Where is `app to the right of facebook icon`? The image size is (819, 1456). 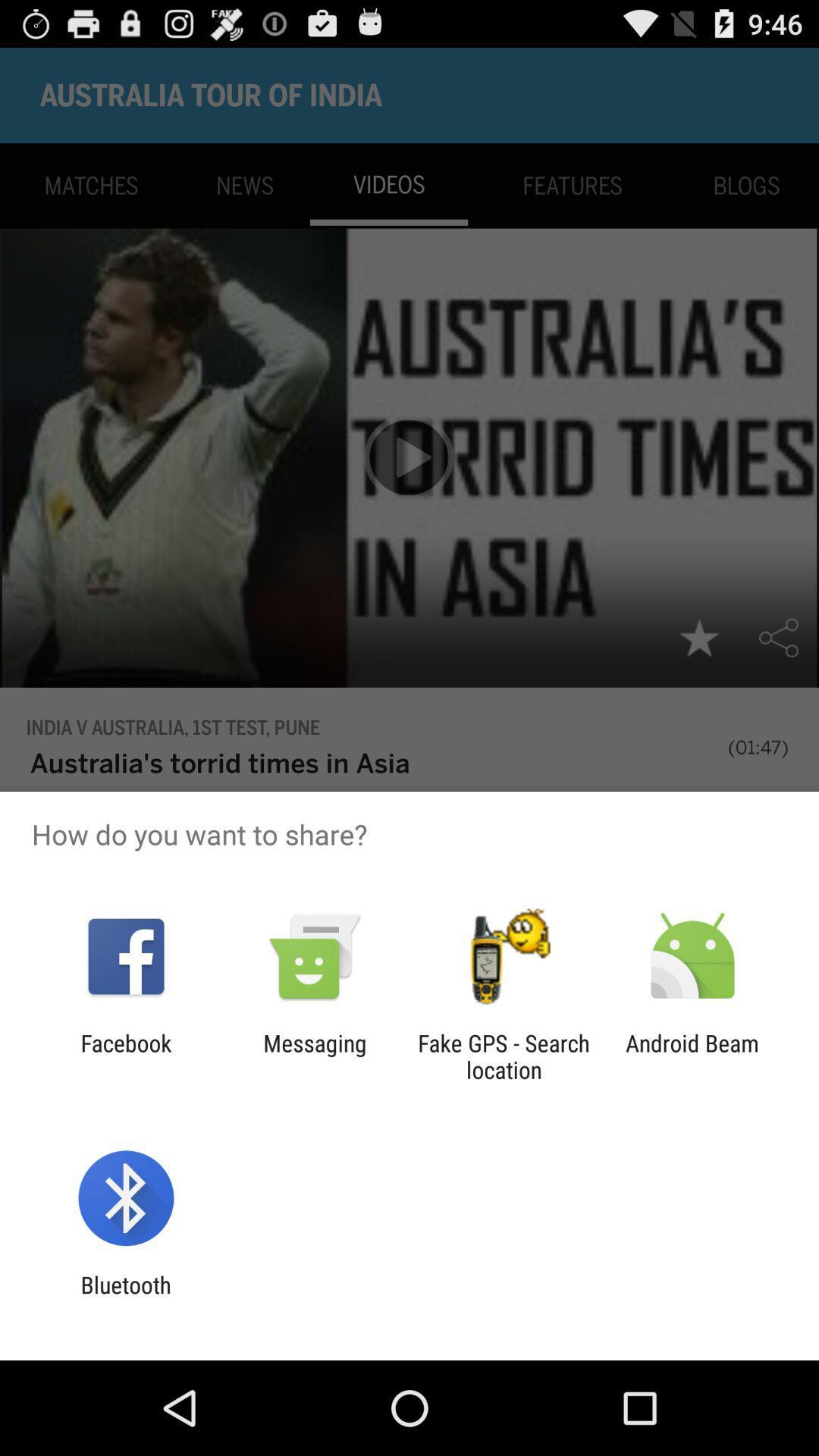 app to the right of facebook icon is located at coordinates (314, 1056).